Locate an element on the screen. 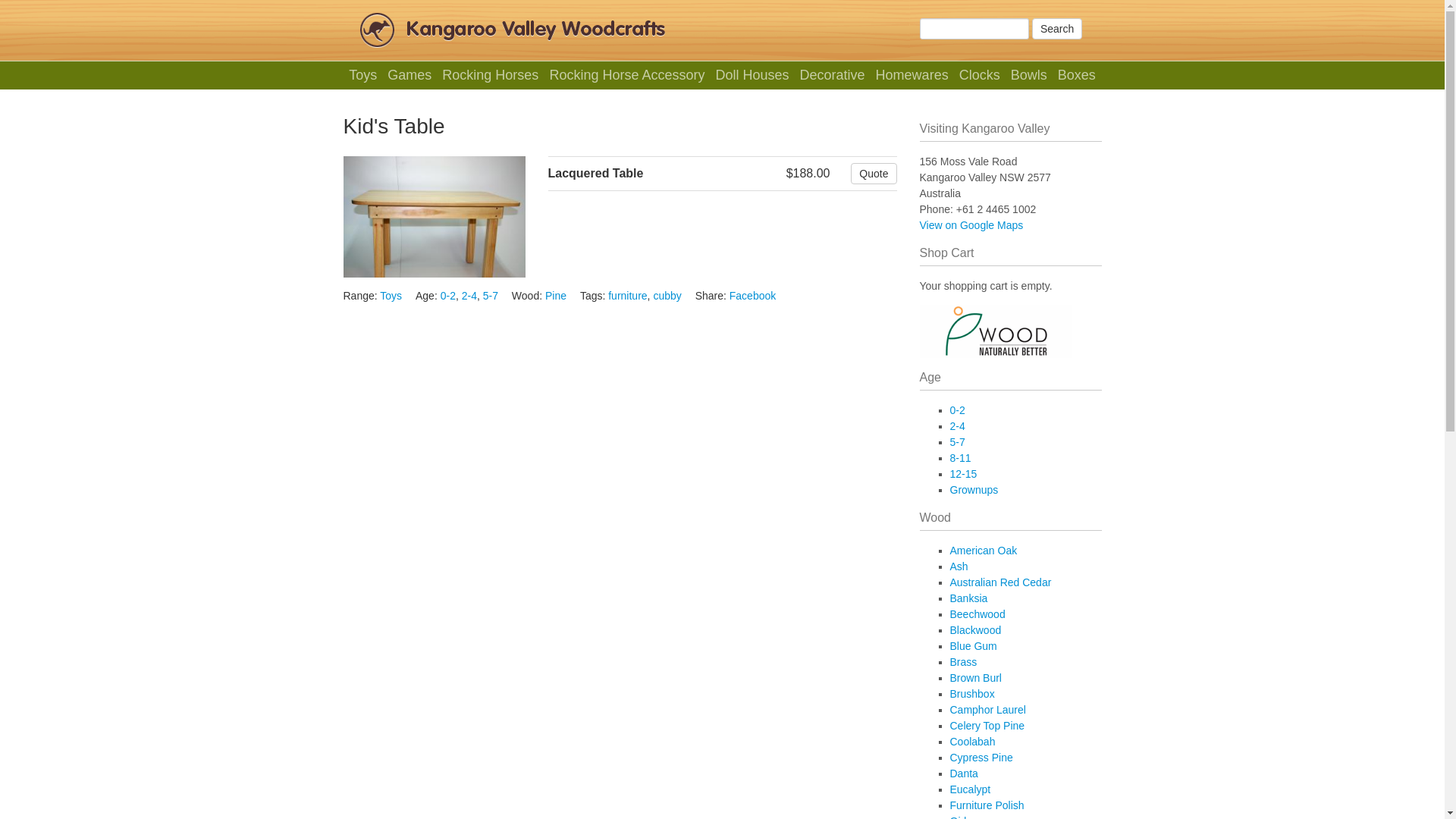 This screenshot has height=819, width=1456. 'Facebook' is located at coordinates (752, 295).